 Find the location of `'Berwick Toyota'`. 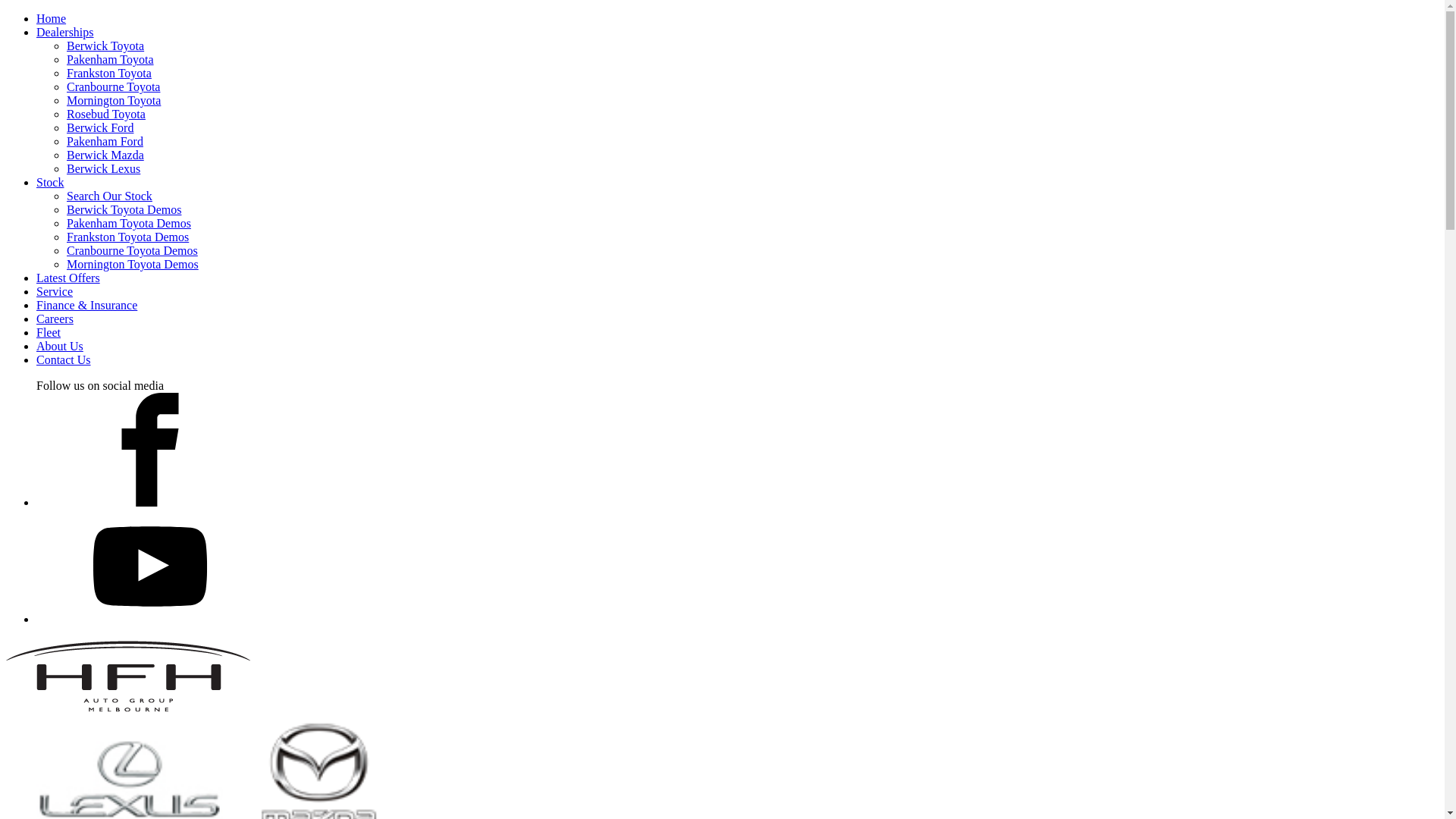

'Berwick Toyota' is located at coordinates (105, 45).